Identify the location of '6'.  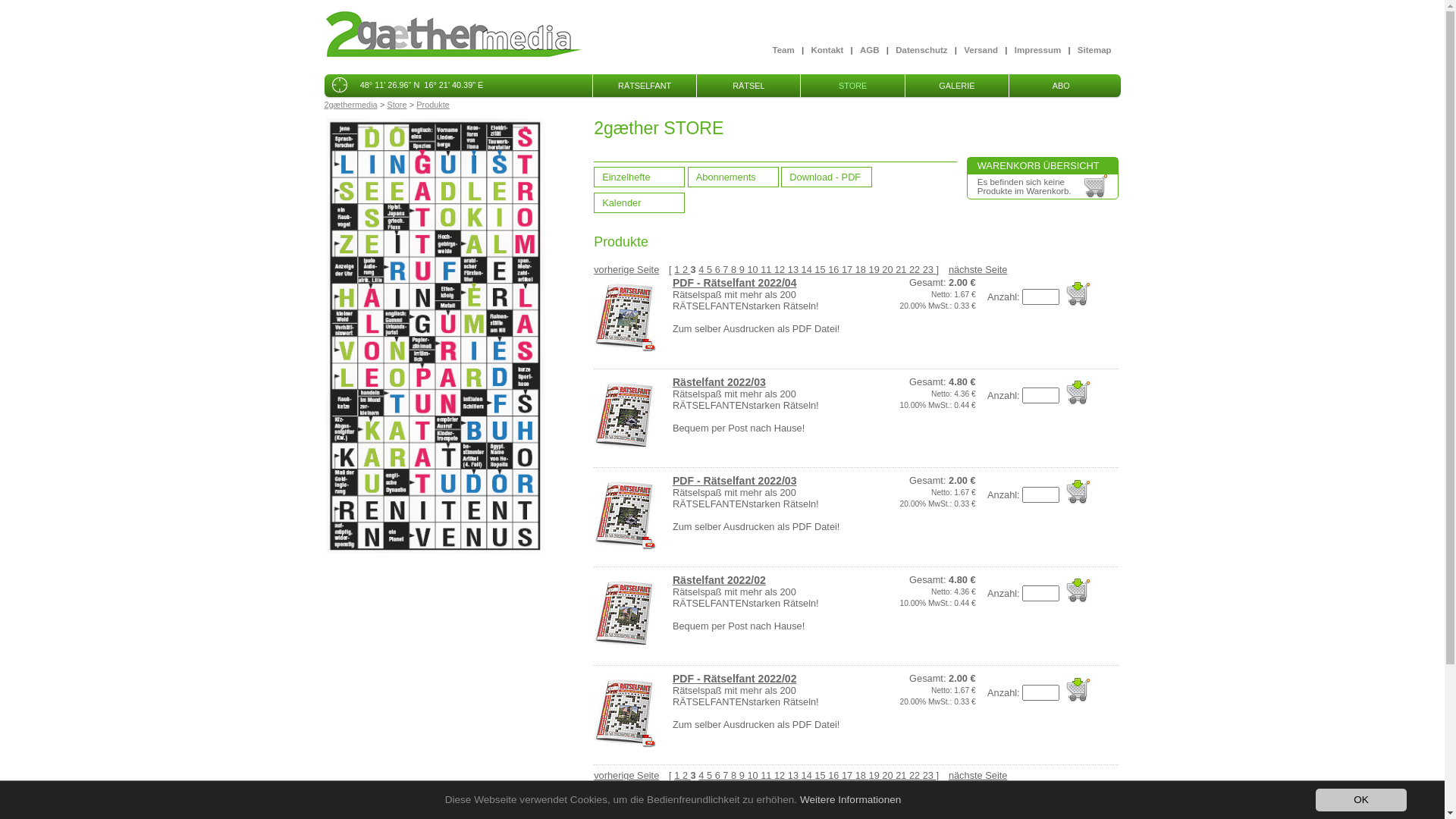
(718, 268).